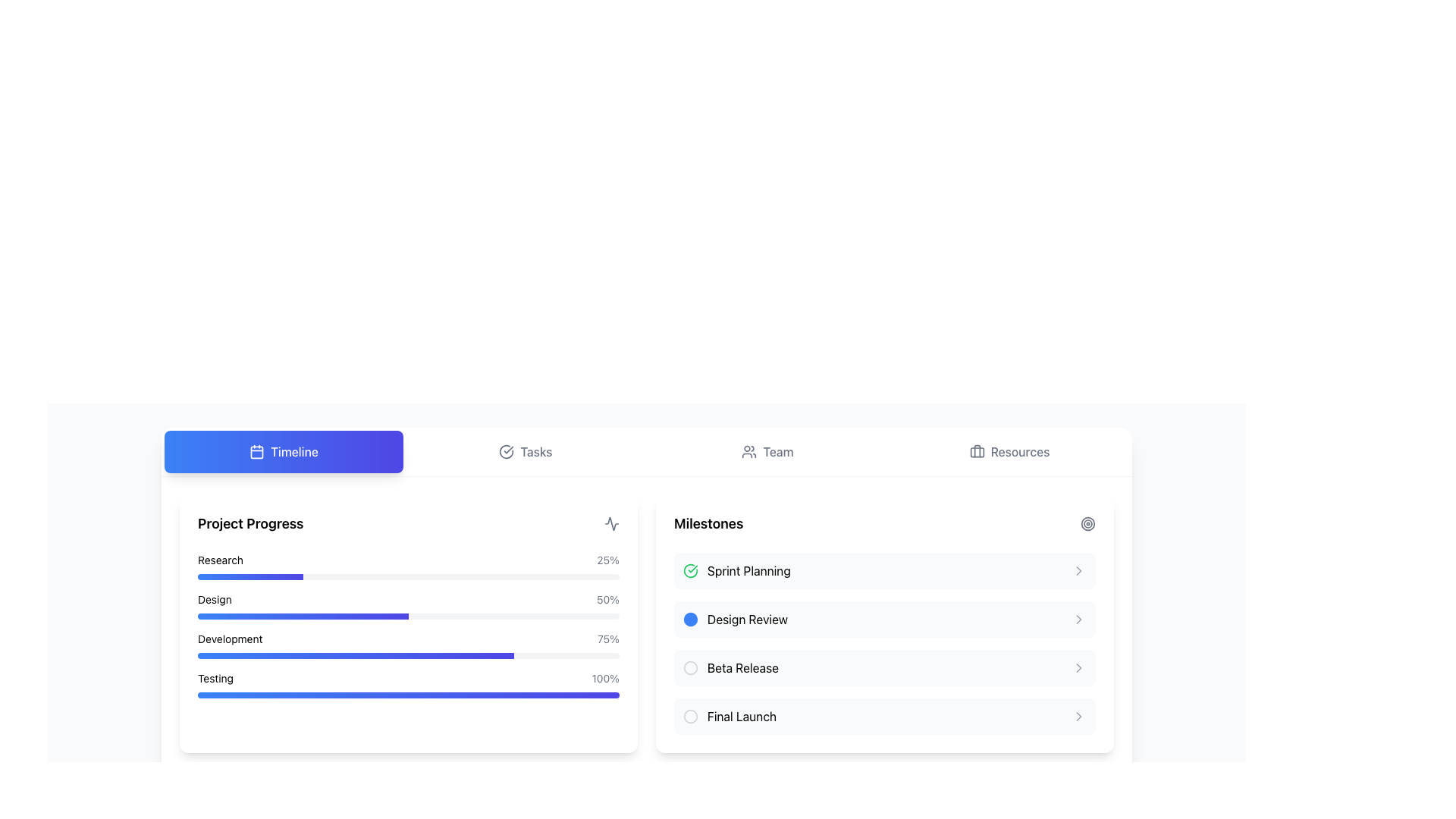  Describe the element at coordinates (884, 623) in the screenshot. I see `the 'Design Review' milestone in the milestones list` at that location.